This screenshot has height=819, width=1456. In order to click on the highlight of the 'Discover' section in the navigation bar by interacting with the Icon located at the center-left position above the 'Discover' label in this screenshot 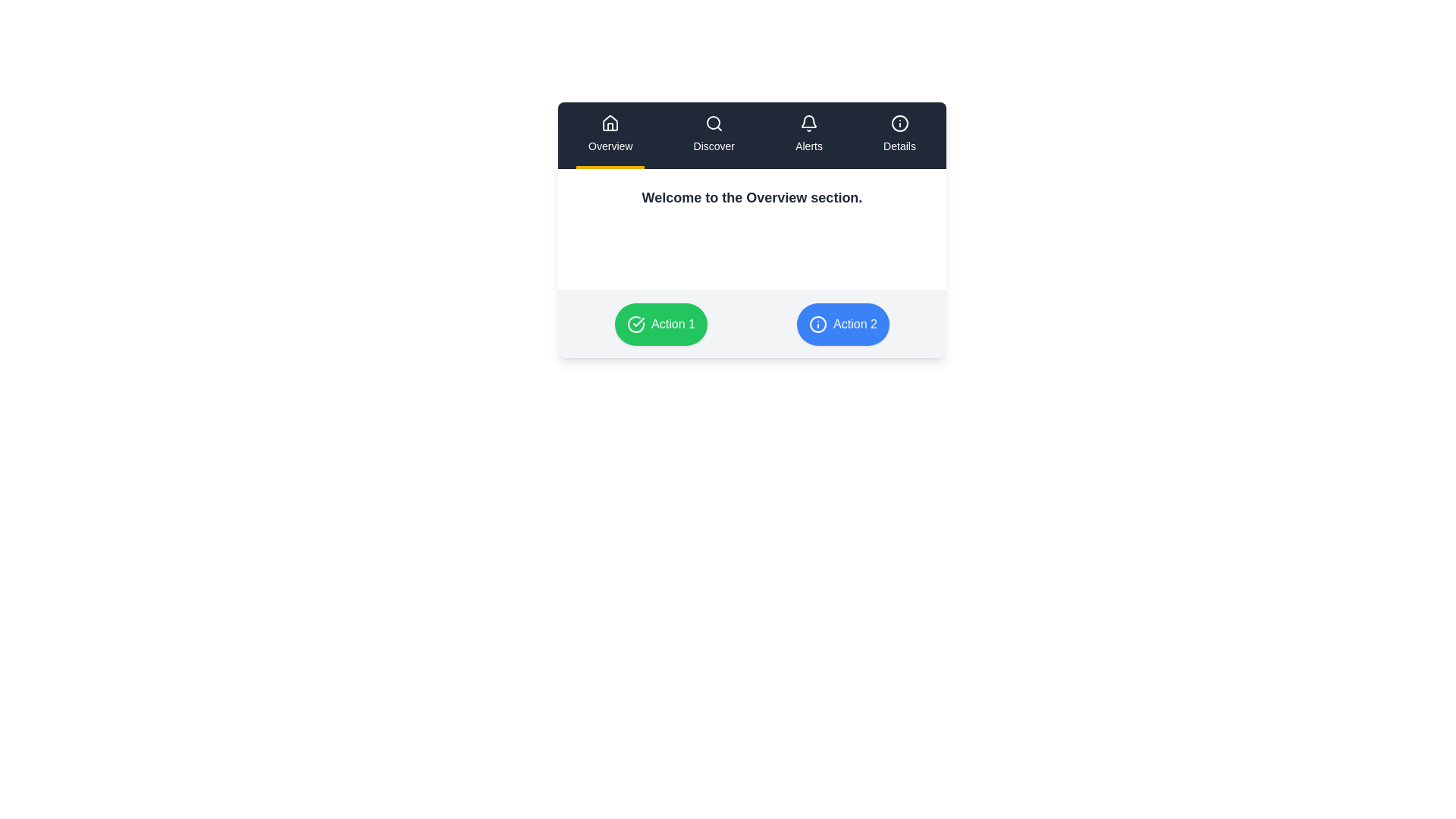, I will do `click(713, 122)`.